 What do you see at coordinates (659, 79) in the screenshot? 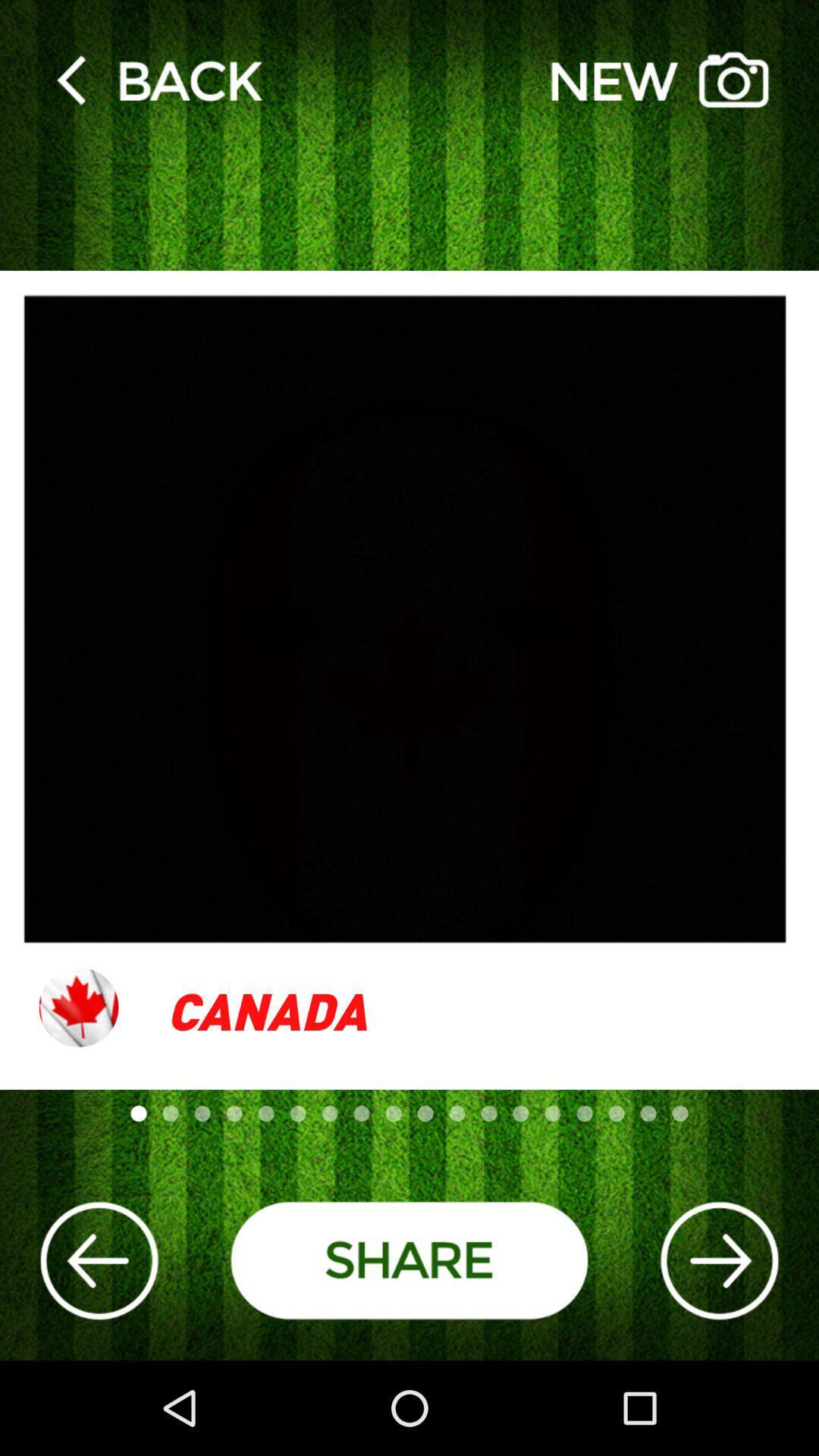
I see `new photo` at bounding box center [659, 79].